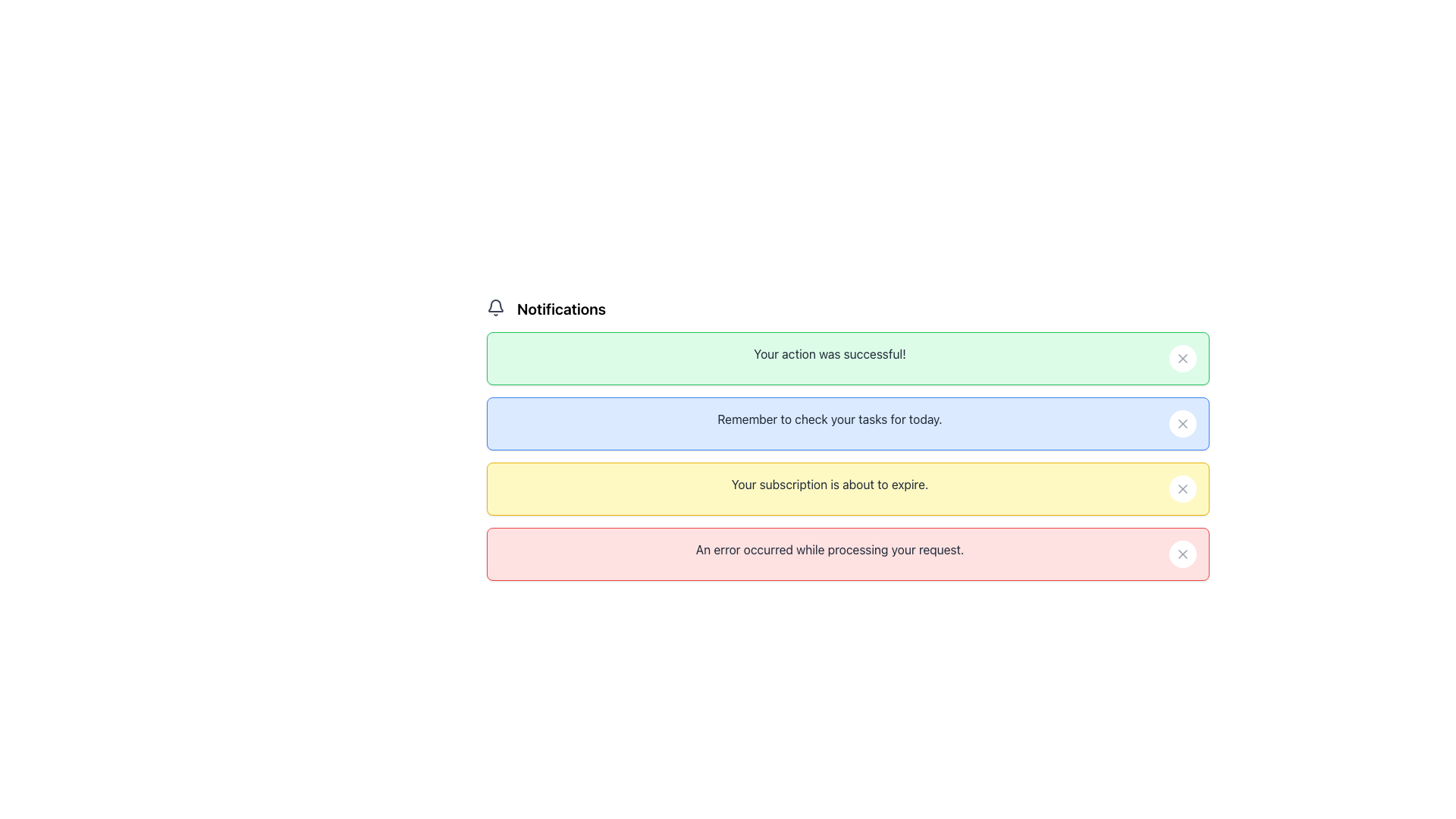  Describe the element at coordinates (1182, 359) in the screenshot. I see `the close icon button located on the right side of the green notification box` at that location.